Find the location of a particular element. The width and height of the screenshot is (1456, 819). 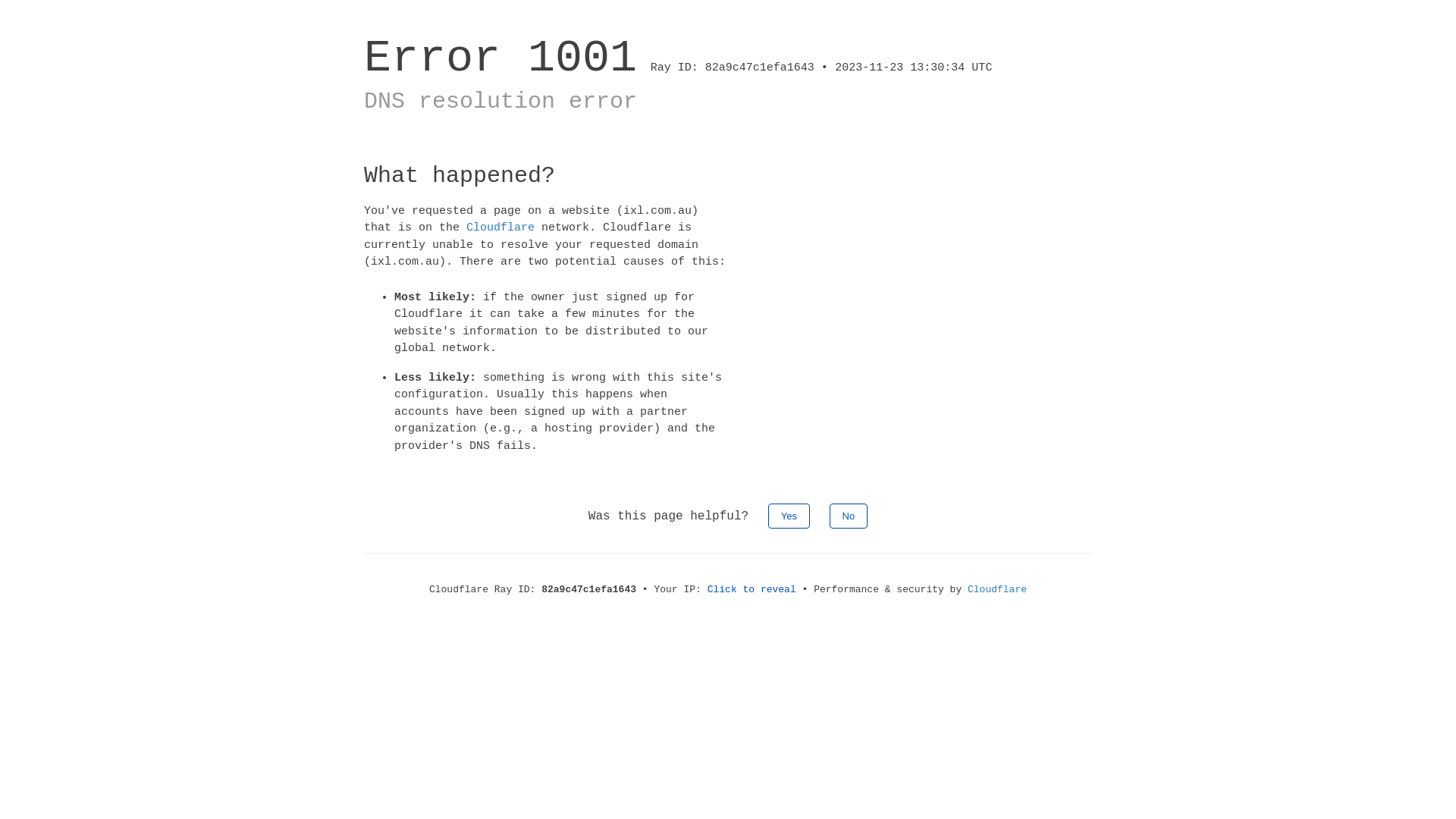

'Cloudflare' is located at coordinates (997, 588).